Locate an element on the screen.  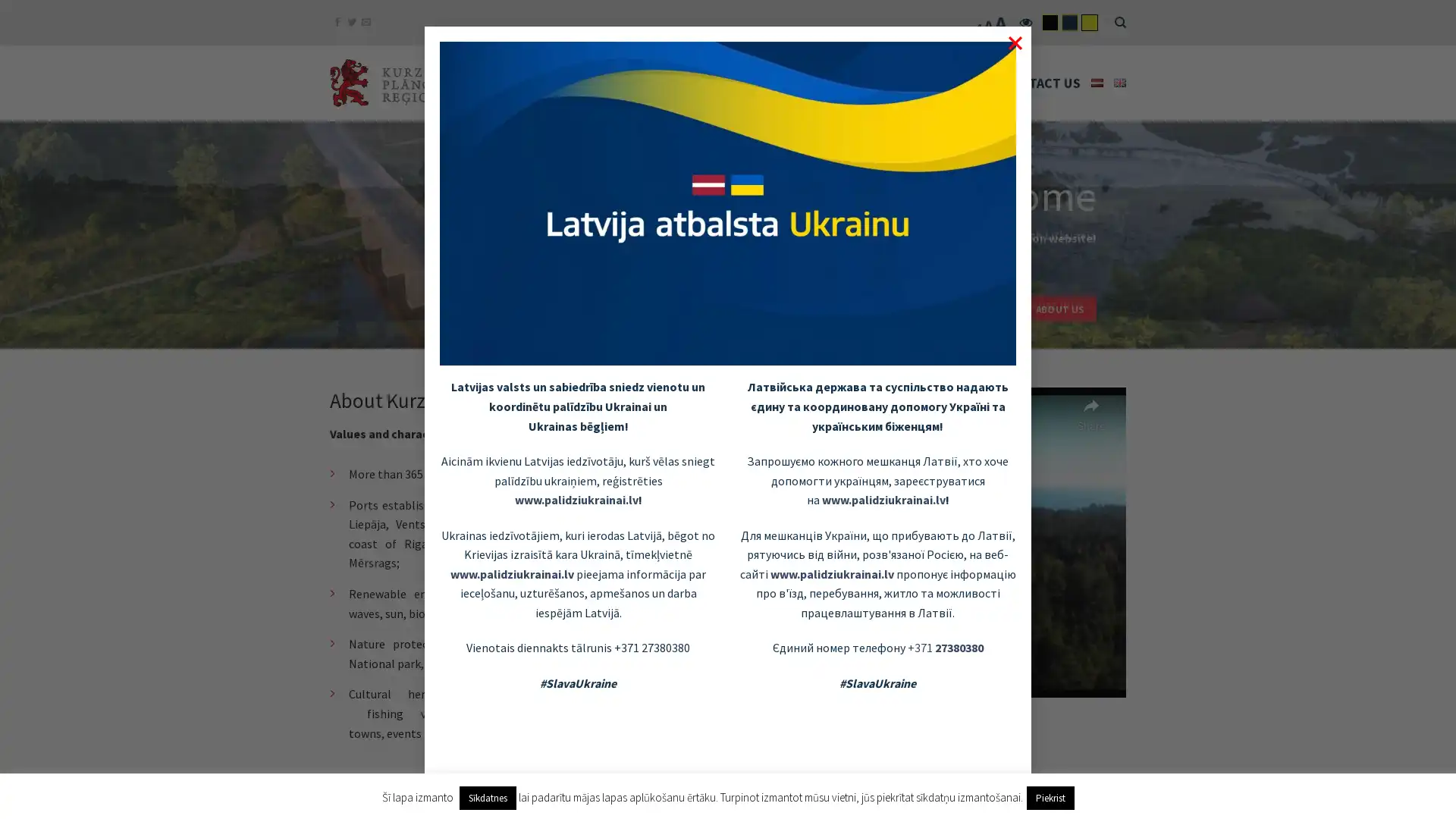
flatsome-yelow is located at coordinates (1088, 22).